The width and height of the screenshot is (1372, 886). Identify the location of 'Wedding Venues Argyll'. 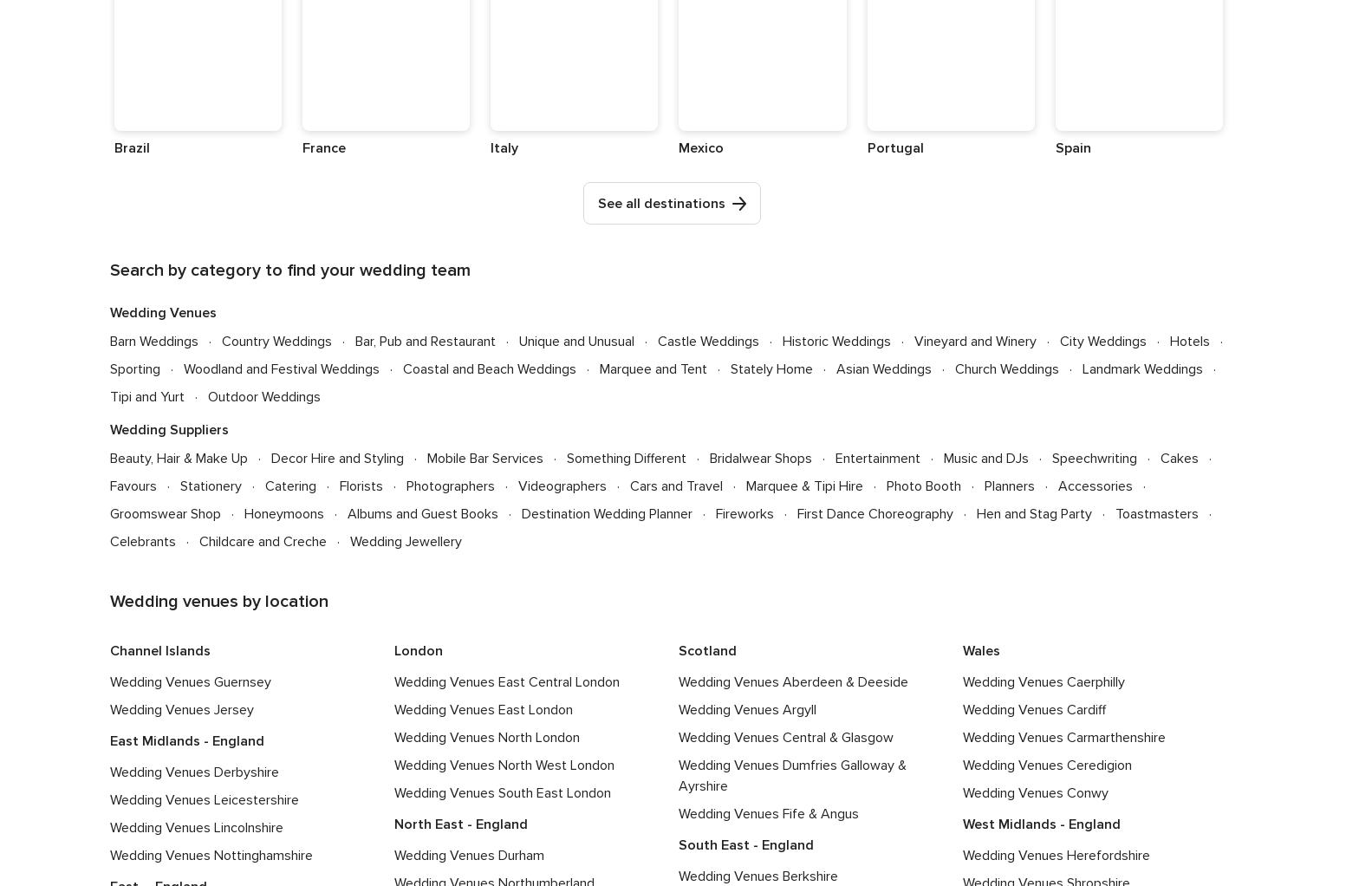
(747, 708).